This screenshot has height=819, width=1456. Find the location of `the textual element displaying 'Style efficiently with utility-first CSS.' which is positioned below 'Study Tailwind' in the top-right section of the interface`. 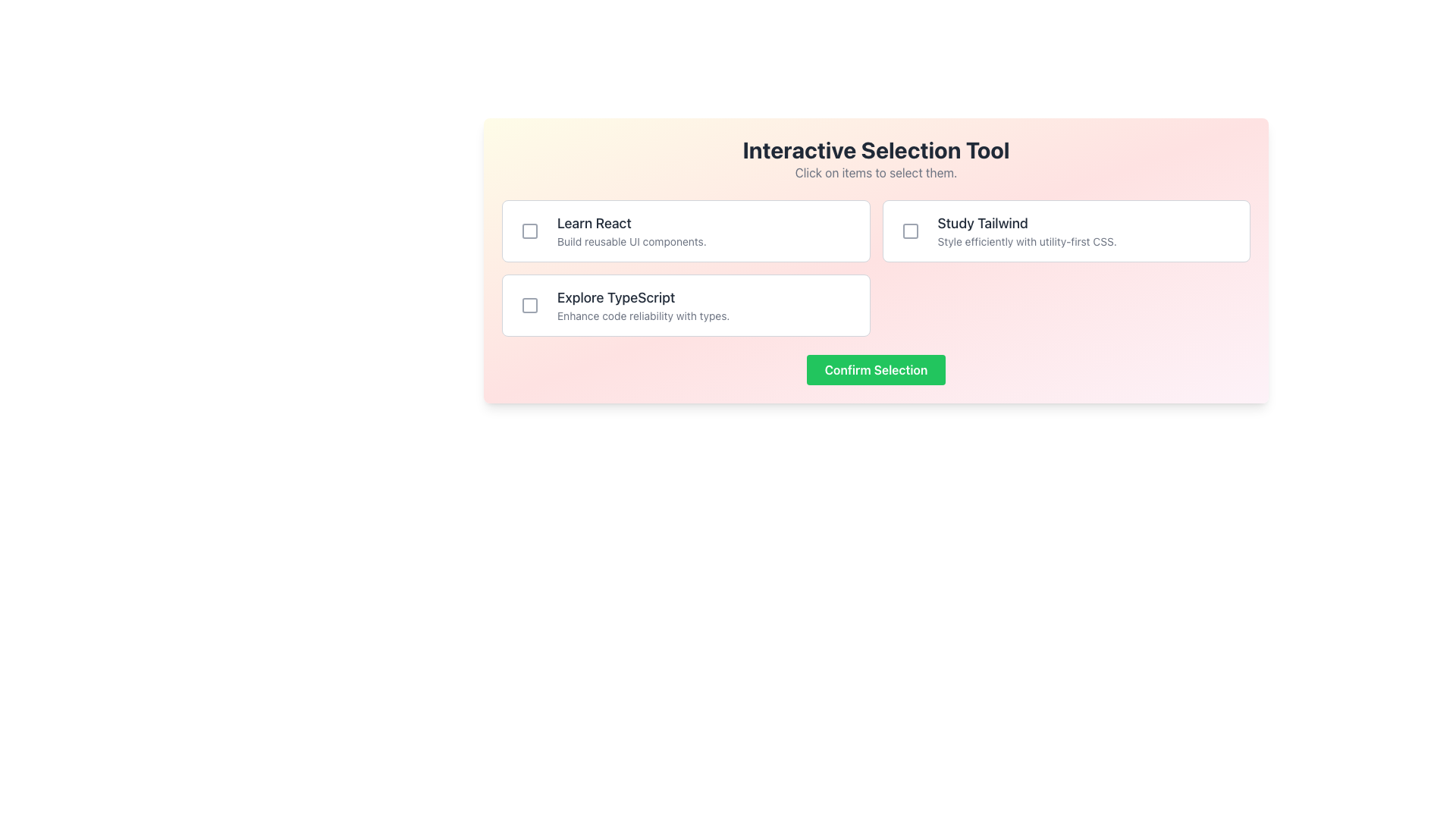

the textual element displaying 'Style efficiently with utility-first CSS.' which is positioned below 'Study Tailwind' in the top-right section of the interface is located at coordinates (1027, 241).